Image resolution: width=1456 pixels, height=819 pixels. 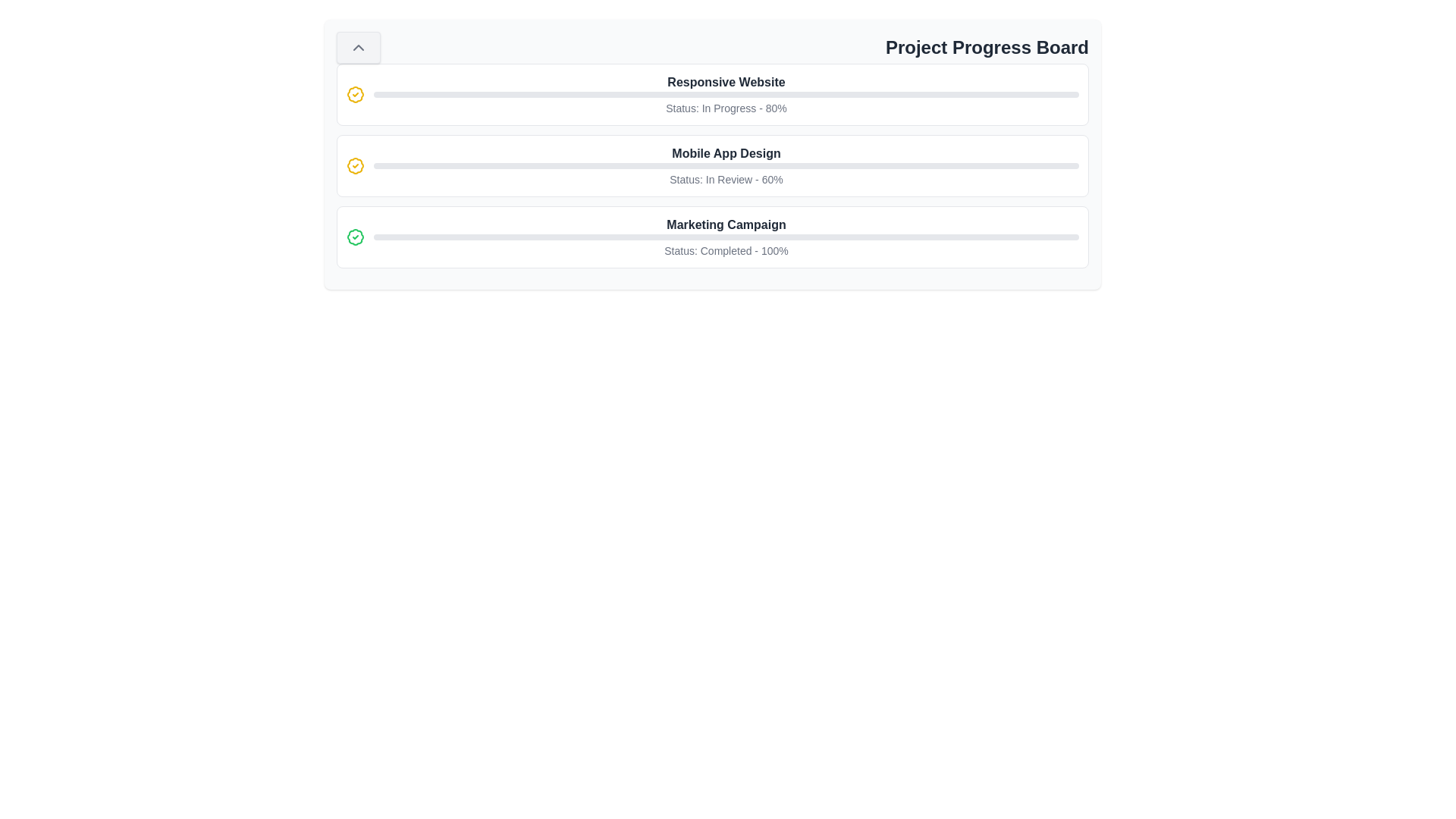 What do you see at coordinates (726, 166) in the screenshot?
I see `the progress bar or status text of the project entry list item located centrally within the second item of the vertical list, which shows its title and progress` at bounding box center [726, 166].